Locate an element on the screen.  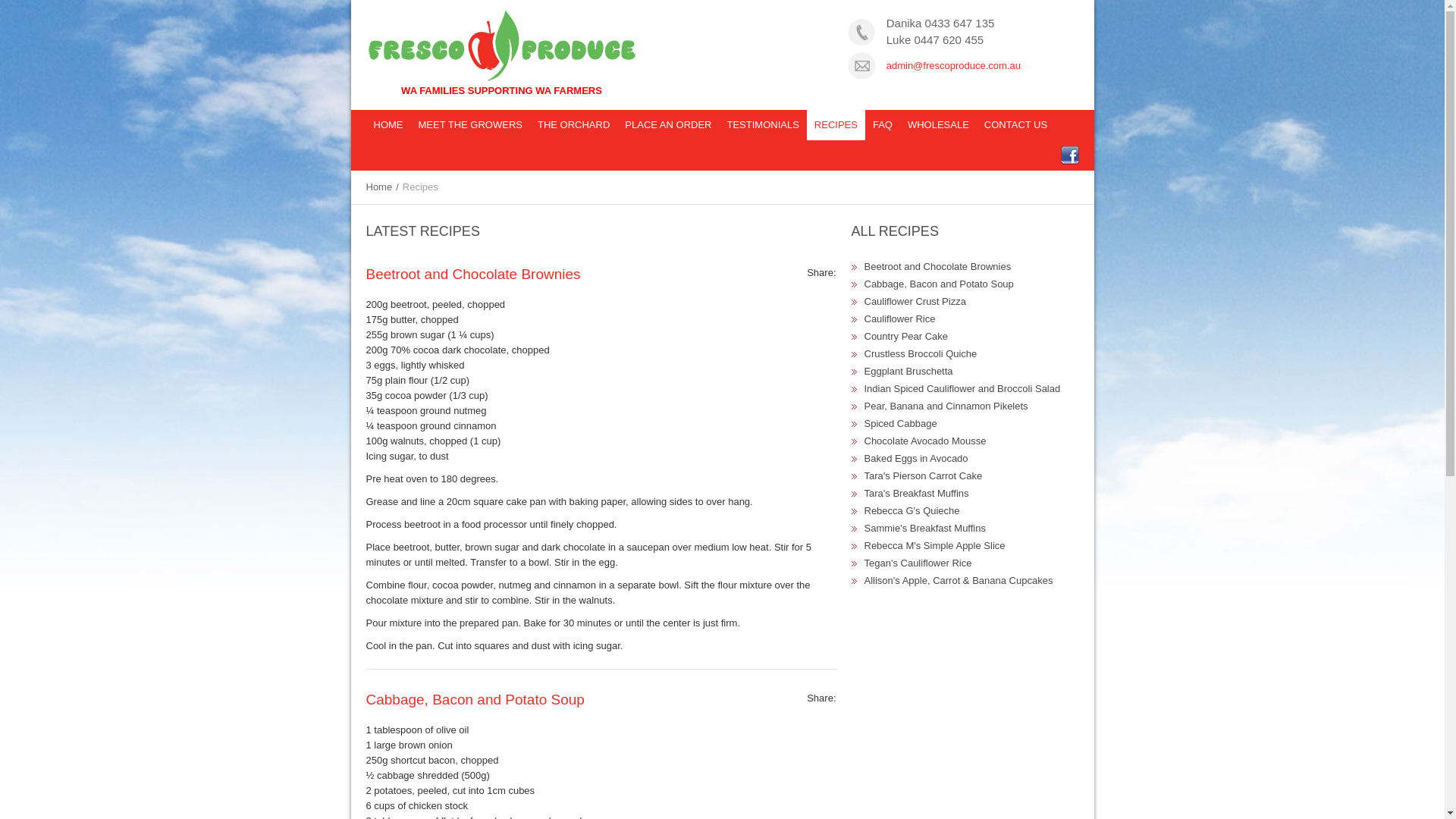
'View our Facebook group' is located at coordinates (1067, 155).